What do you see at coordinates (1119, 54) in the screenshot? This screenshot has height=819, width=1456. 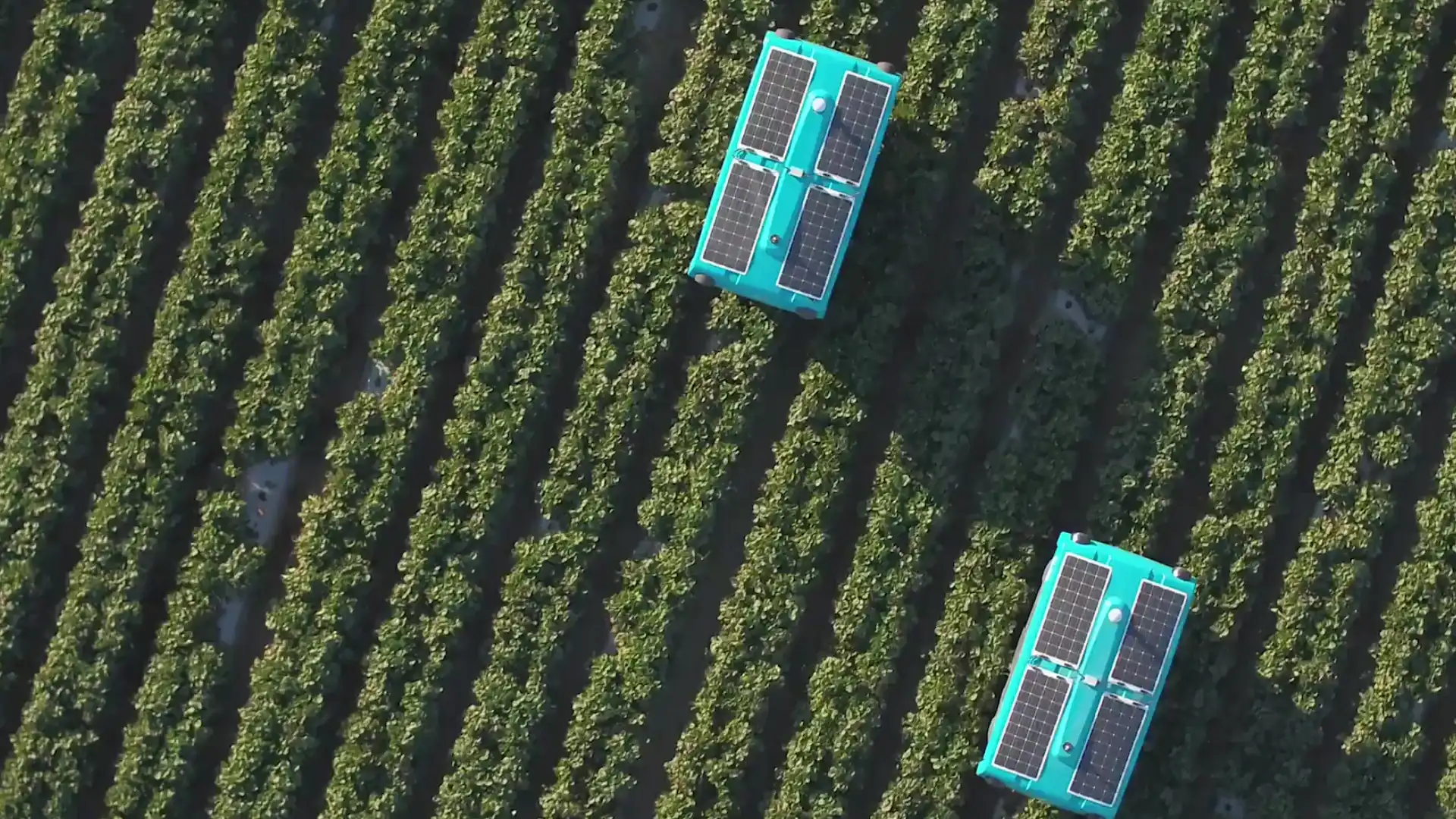 I see `Menu` at bounding box center [1119, 54].